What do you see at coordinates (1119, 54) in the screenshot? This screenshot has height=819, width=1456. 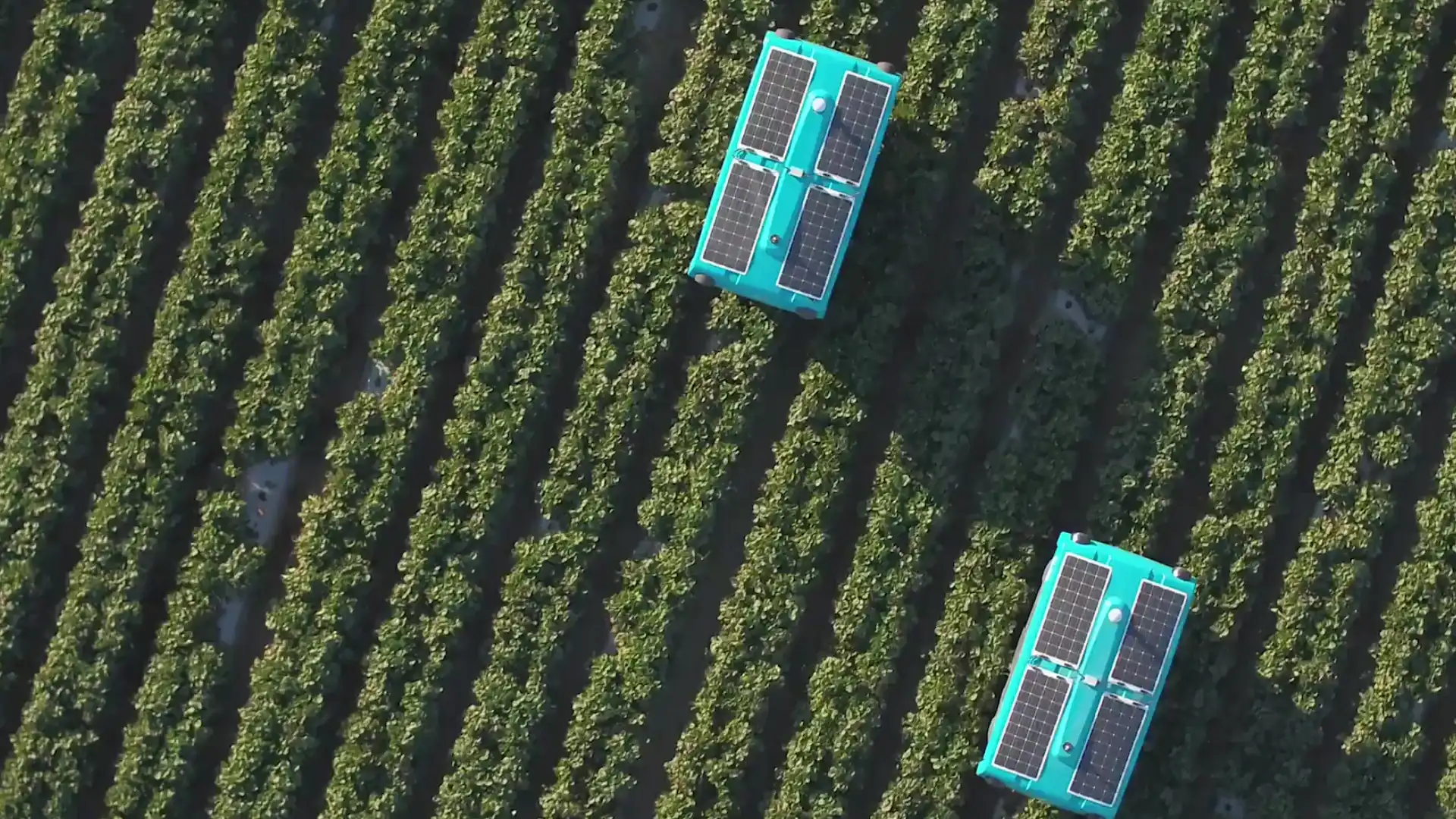 I see `Menu` at bounding box center [1119, 54].